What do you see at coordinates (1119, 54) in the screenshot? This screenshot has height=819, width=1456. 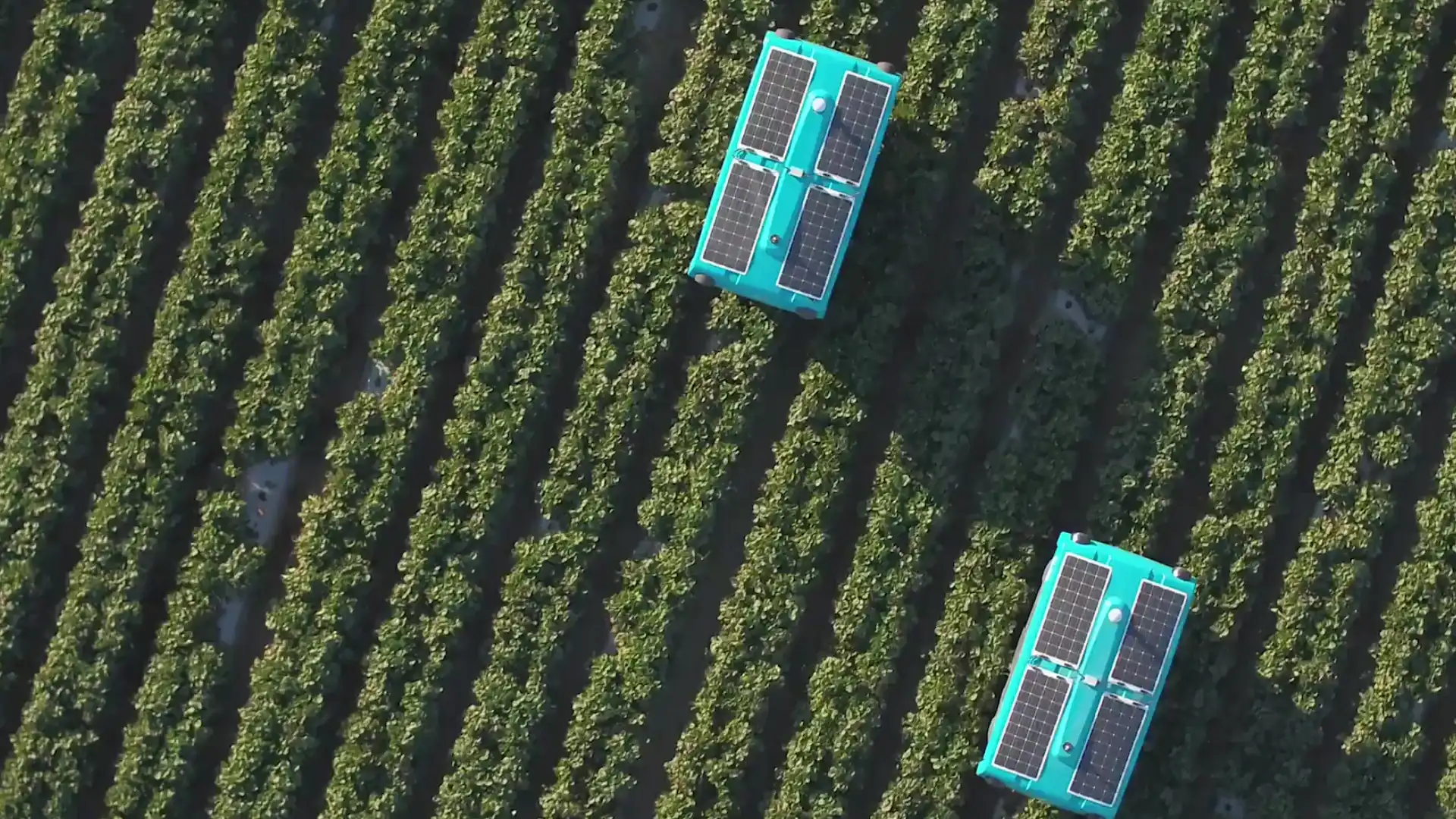 I see `Menu` at bounding box center [1119, 54].